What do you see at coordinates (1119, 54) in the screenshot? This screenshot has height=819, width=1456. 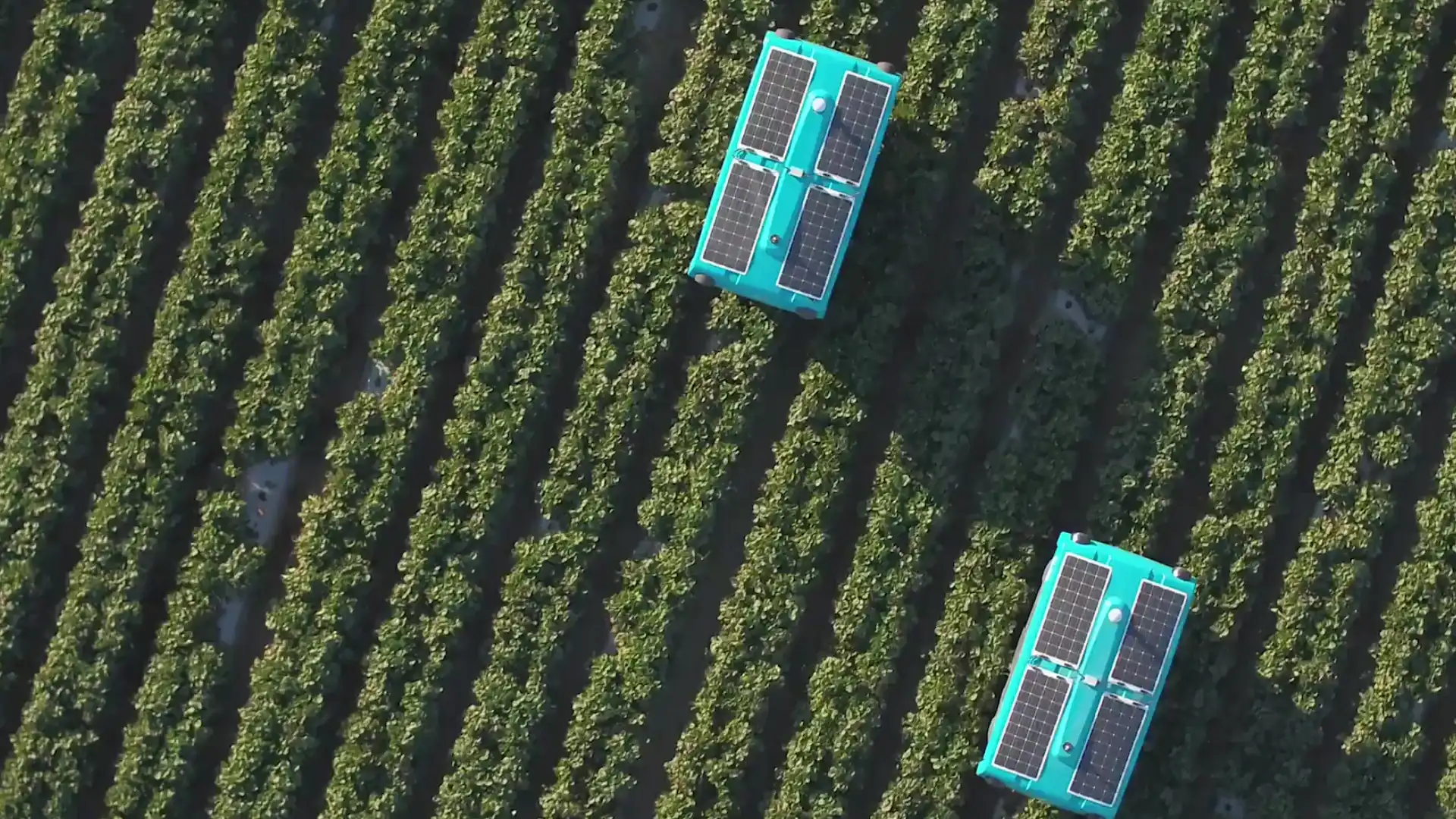 I see `Menu` at bounding box center [1119, 54].